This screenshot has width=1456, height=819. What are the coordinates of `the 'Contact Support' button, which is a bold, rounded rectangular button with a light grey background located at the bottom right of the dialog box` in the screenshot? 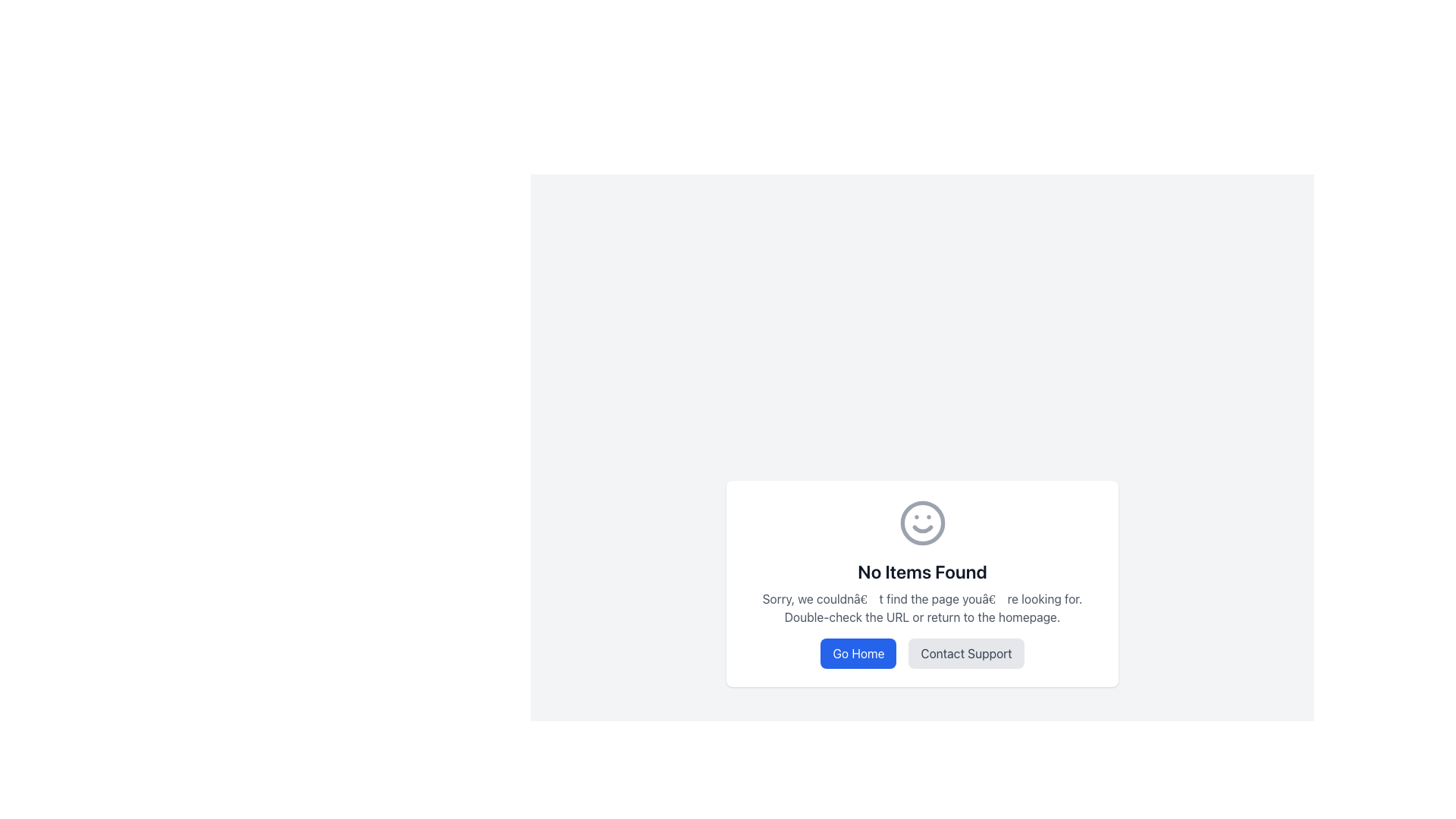 It's located at (965, 652).